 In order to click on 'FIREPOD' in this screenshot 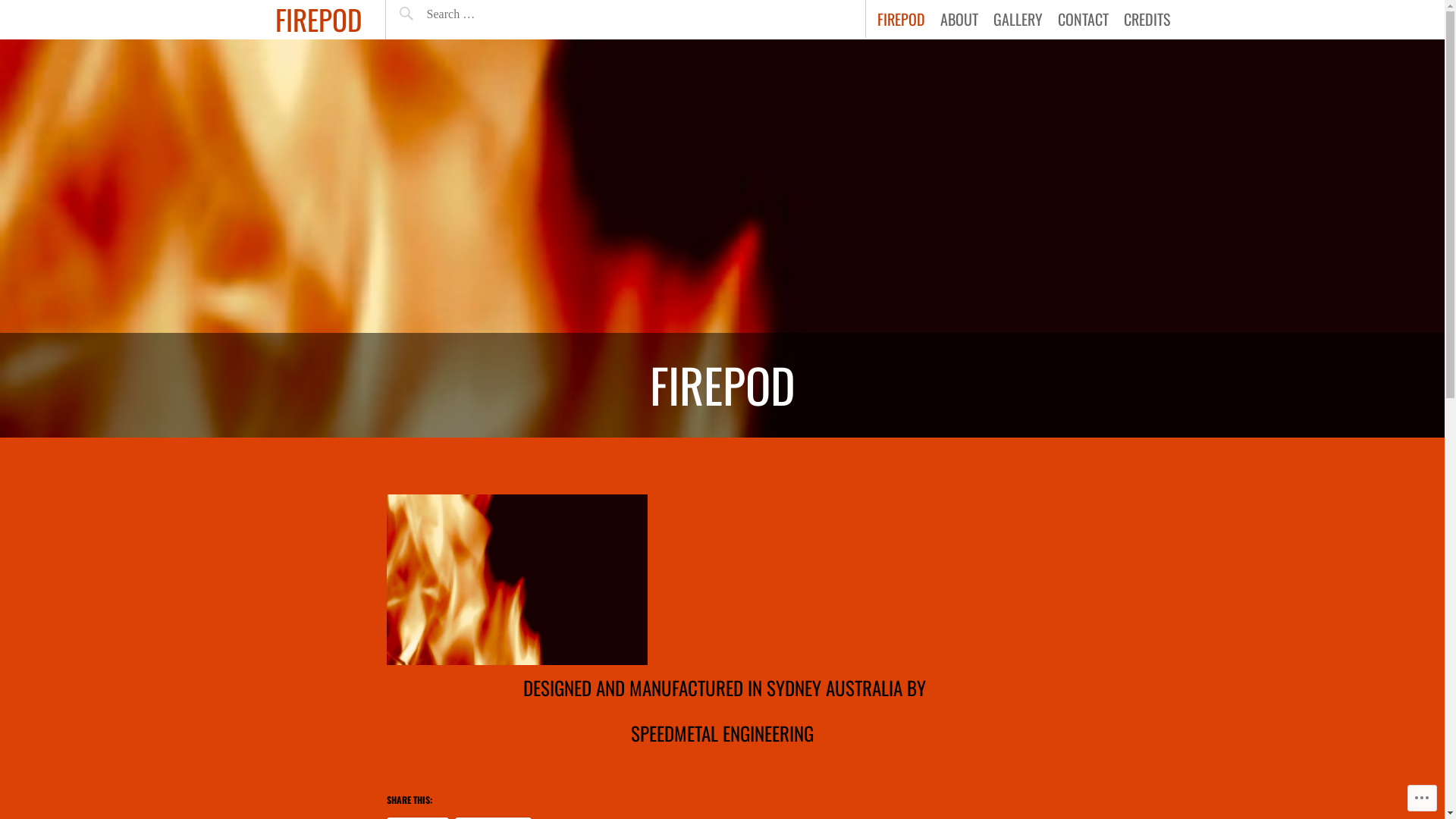, I will do `click(877, 18)`.